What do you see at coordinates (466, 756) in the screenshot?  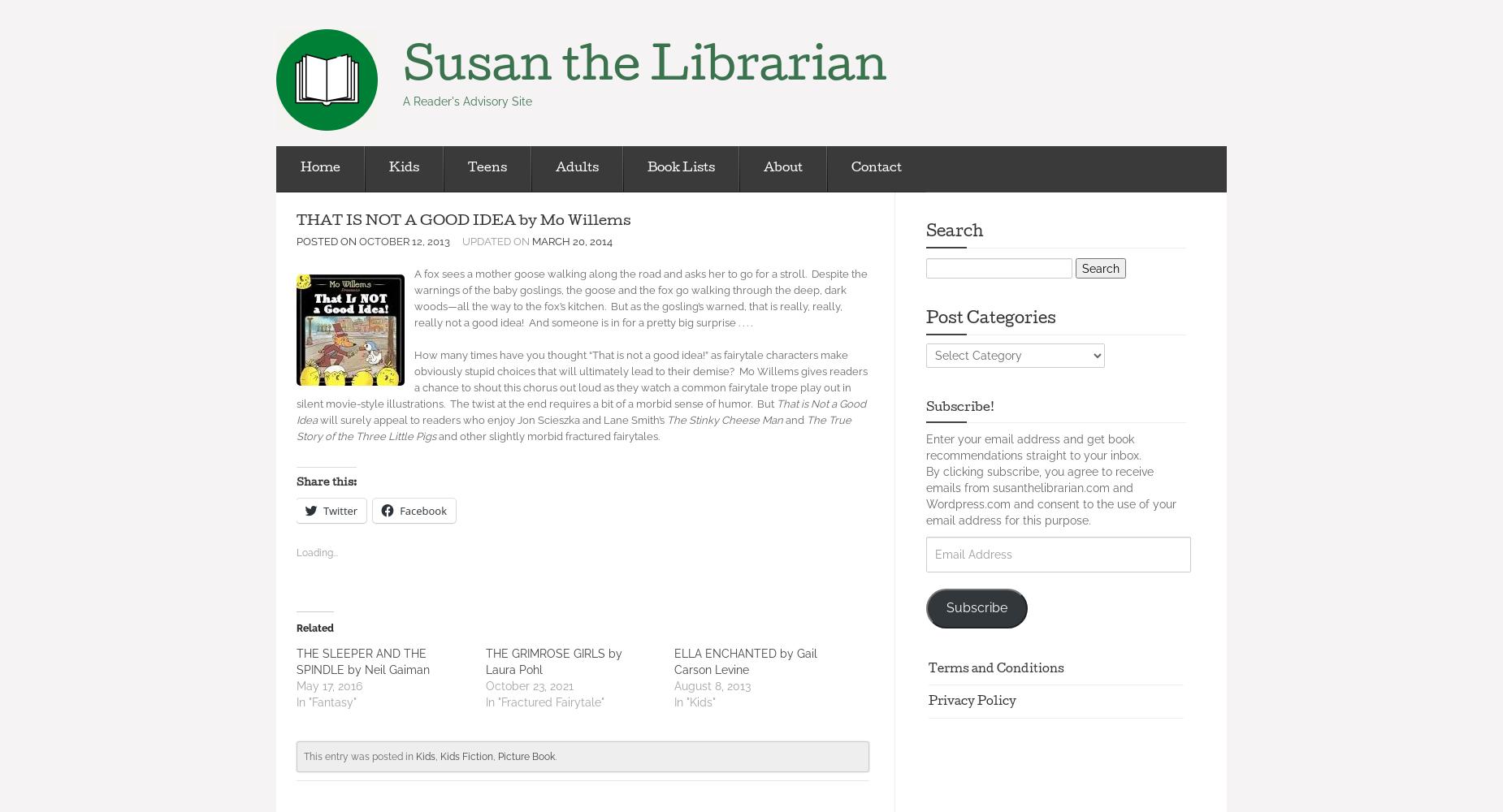 I see `'Kids Fiction'` at bounding box center [466, 756].